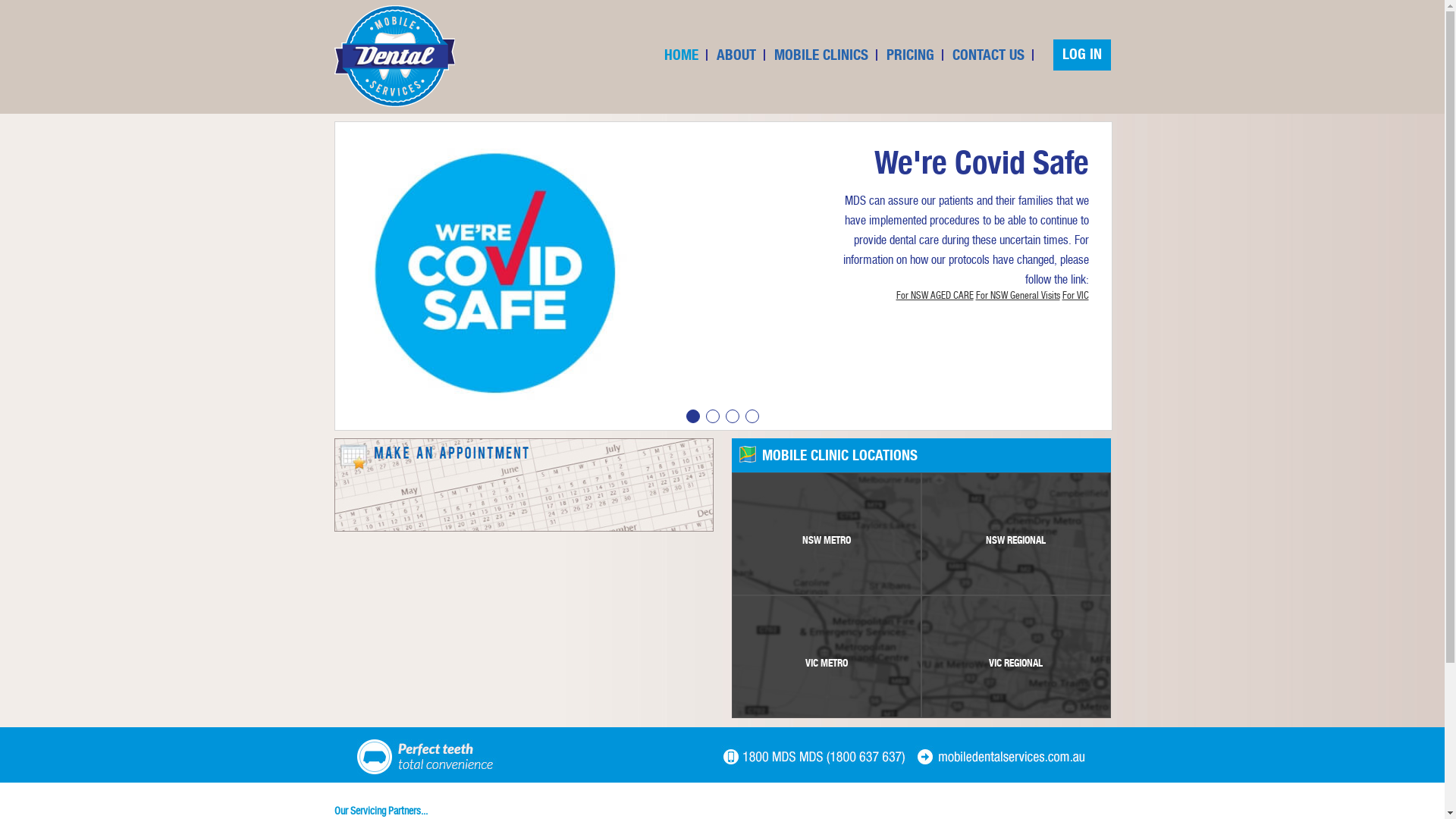  What do you see at coordinates (988, 54) in the screenshot?
I see `'CONTACT US'` at bounding box center [988, 54].